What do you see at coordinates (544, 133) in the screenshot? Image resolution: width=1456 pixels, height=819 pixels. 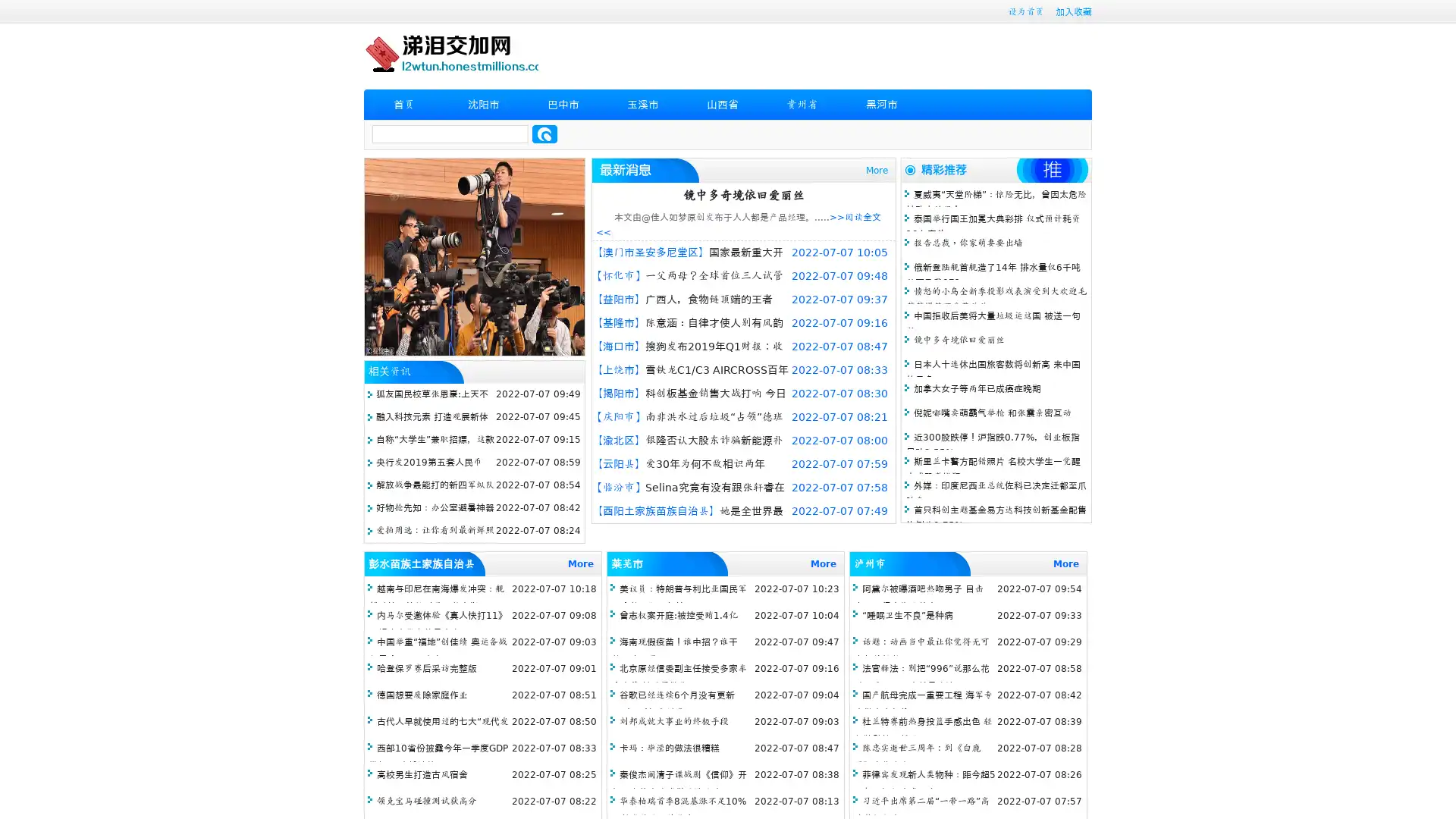 I see `Search` at bounding box center [544, 133].